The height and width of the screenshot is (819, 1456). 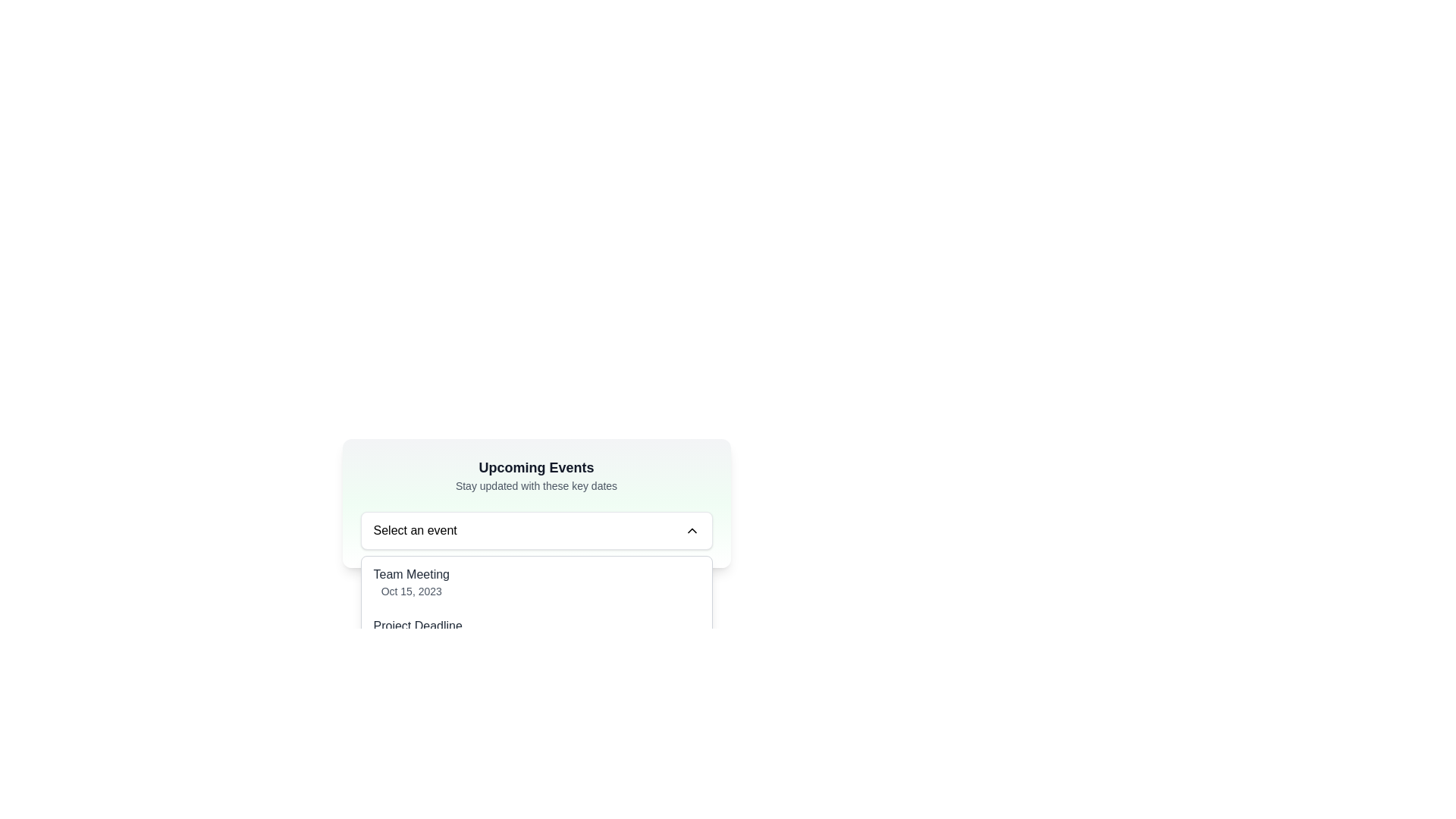 I want to click on the first text label in the event selection list under the 'Select an event' dropdown in the 'Upcoming Events' section, so click(x=411, y=581).